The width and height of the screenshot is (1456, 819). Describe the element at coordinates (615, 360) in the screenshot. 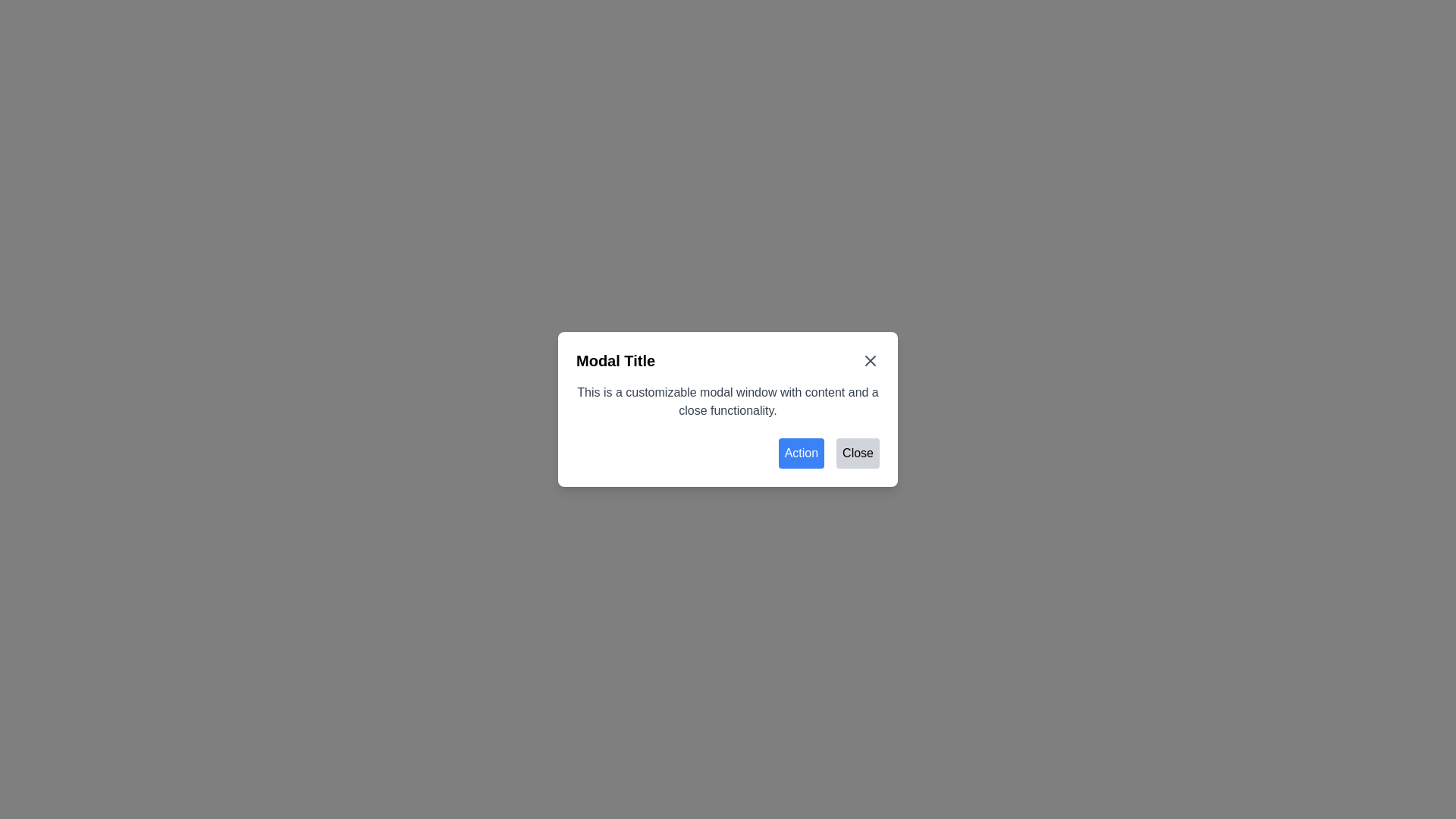

I see `header text element located at the top-left corner of the modal window to understand its purpose` at that location.